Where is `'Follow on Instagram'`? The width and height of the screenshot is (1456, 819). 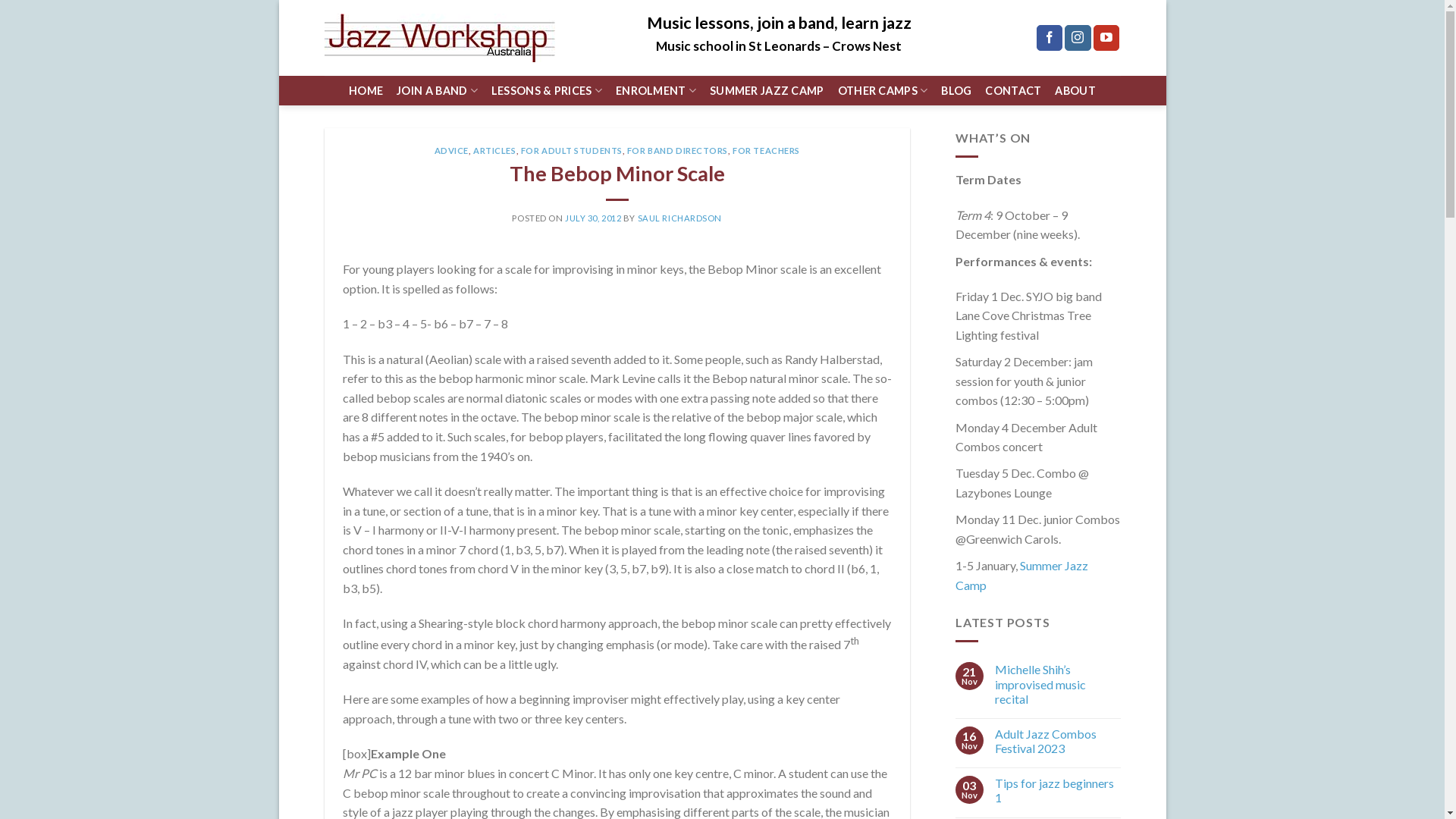
'Follow on Instagram' is located at coordinates (1076, 37).